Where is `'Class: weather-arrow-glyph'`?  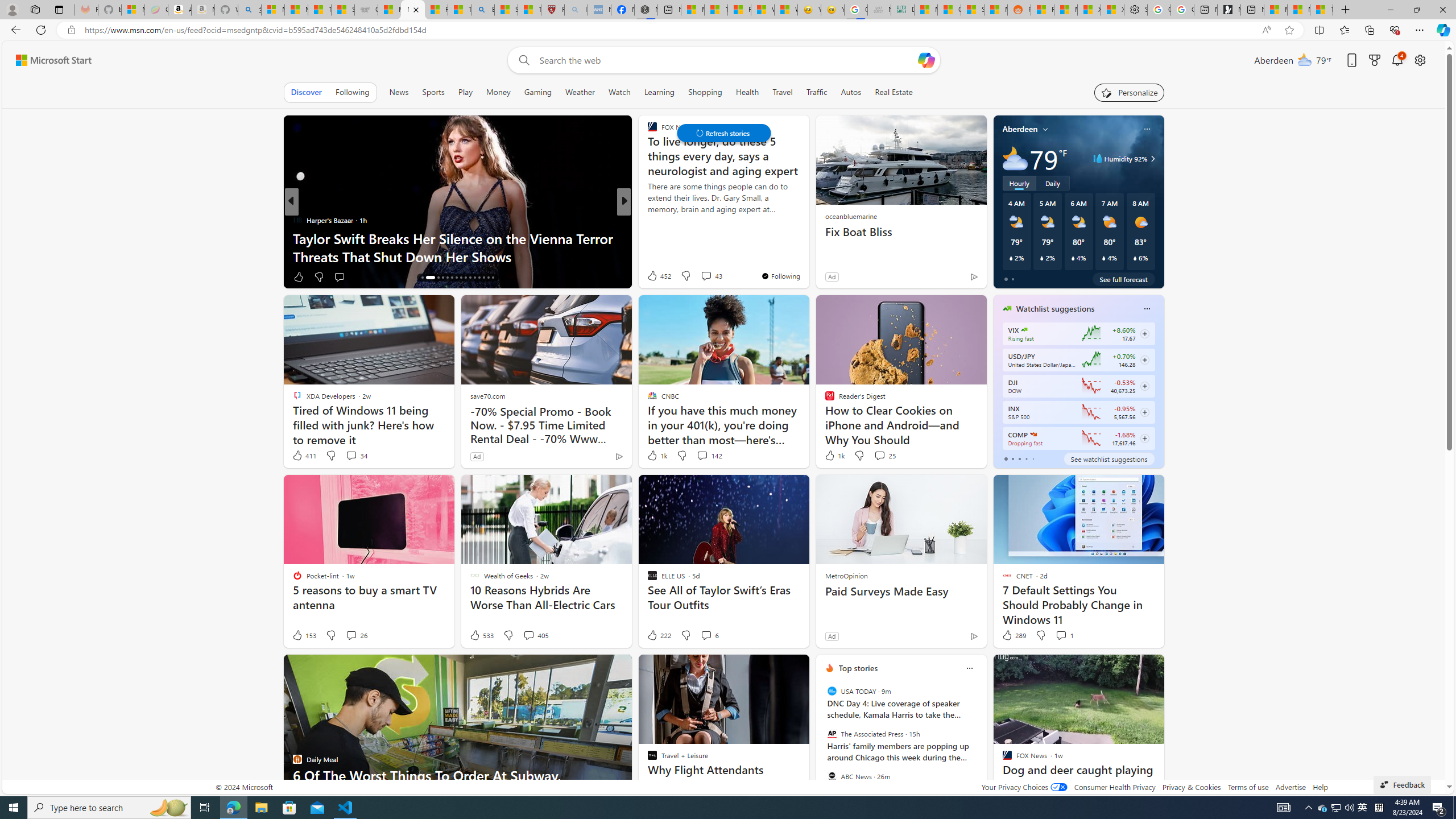
'Class: weather-arrow-glyph' is located at coordinates (1152, 159).